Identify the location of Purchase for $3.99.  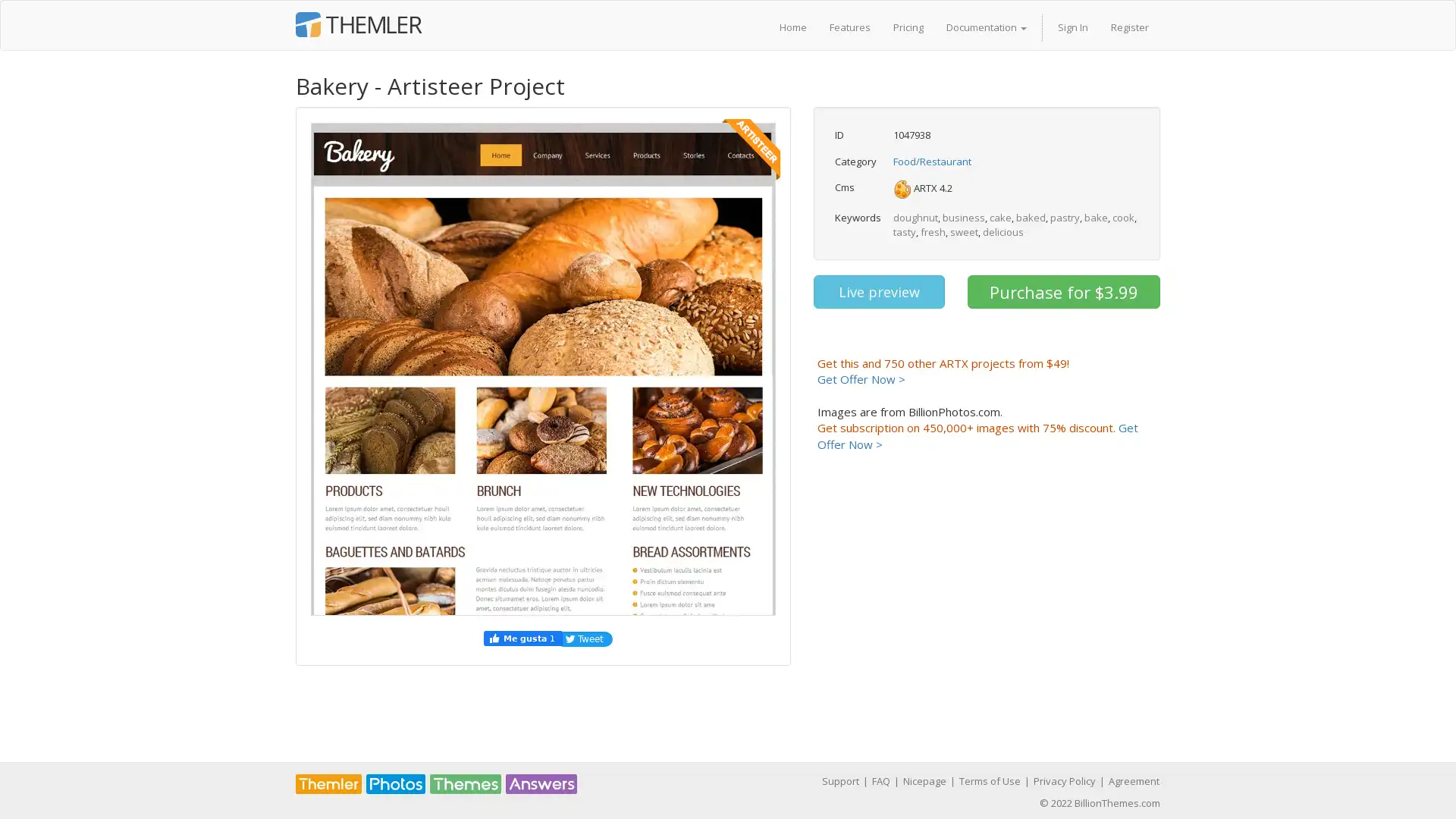
(1062, 292).